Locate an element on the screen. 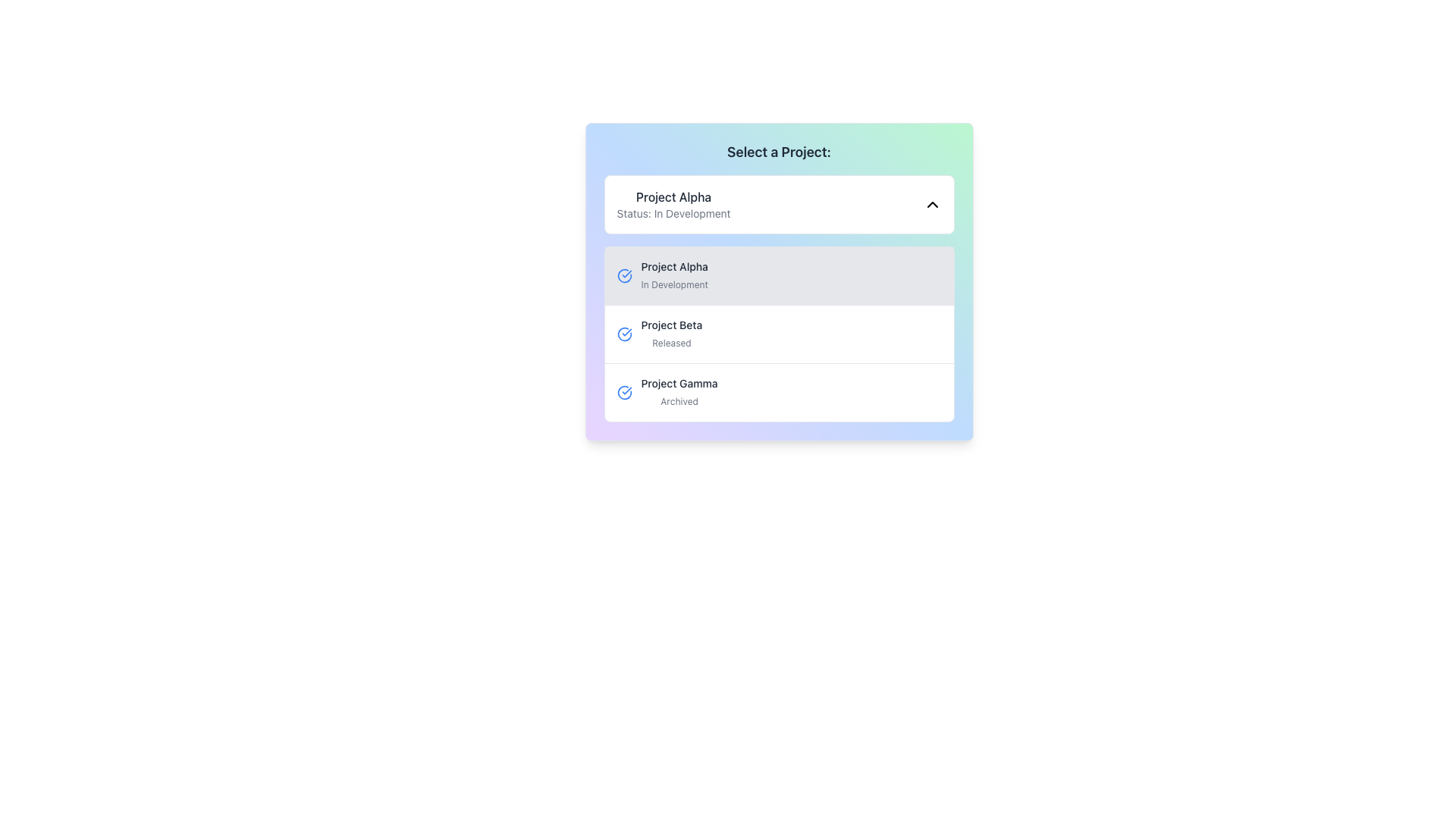  the chevron button located in the top-right corner of the 'Project Alpha' card is located at coordinates (931, 205).